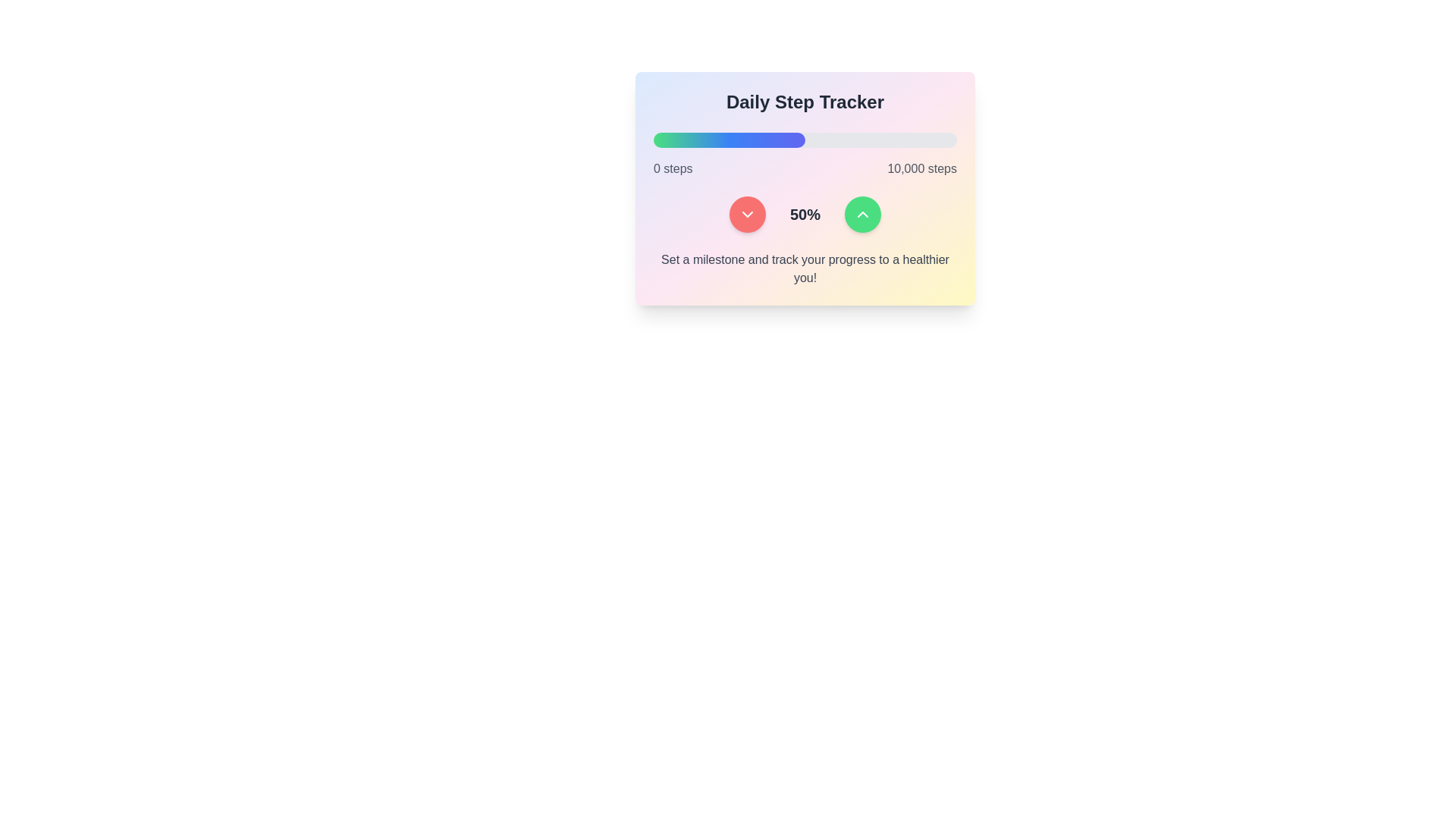  What do you see at coordinates (862, 214) in the screenshot?
I see `the button that increases the displayed percentage value, located to the right of a red circular button and next to a '50%' percentage display` at bounding box center [862, 214].